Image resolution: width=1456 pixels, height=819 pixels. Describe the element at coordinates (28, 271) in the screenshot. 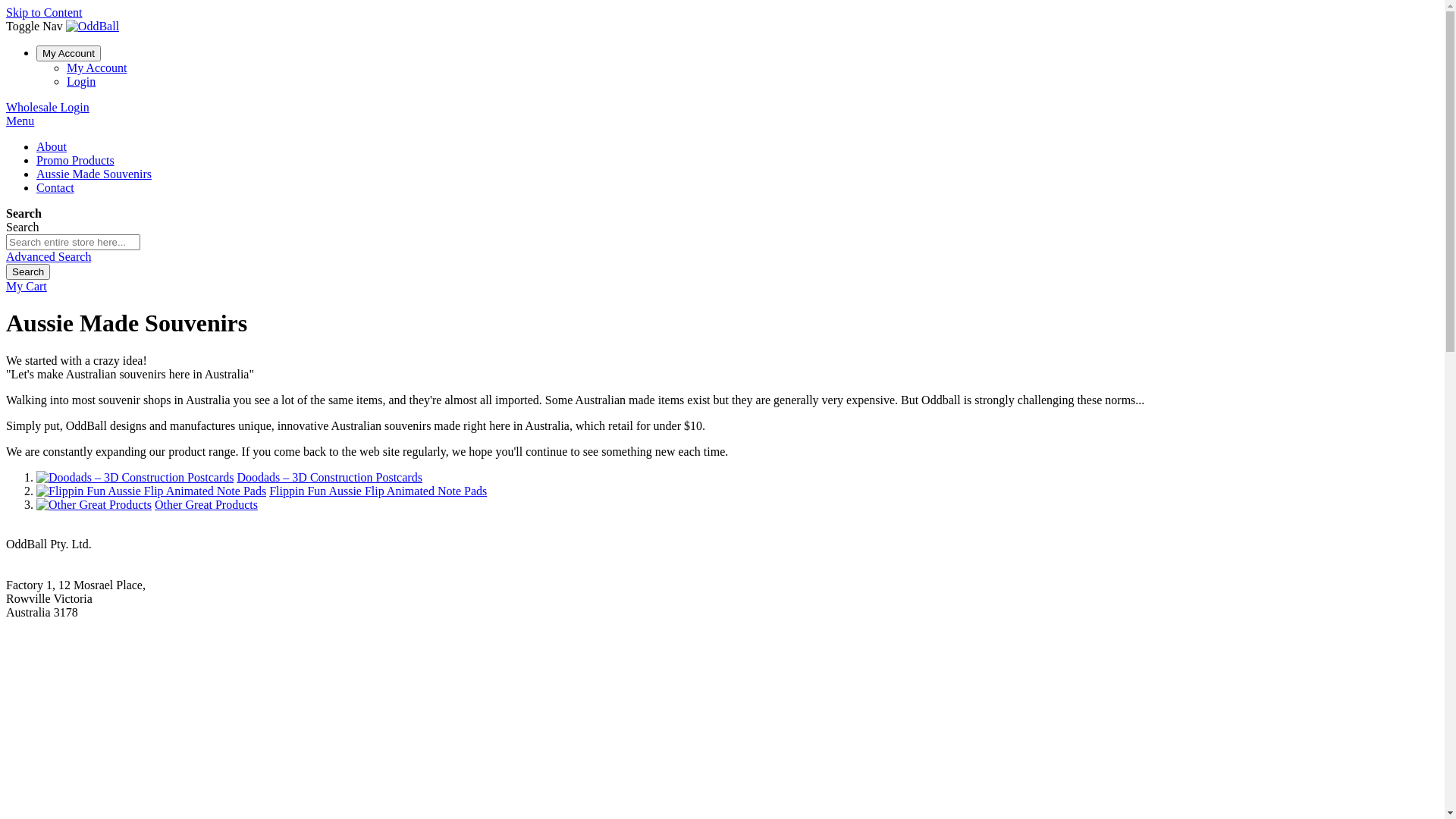

I see `'Search'` at that location.